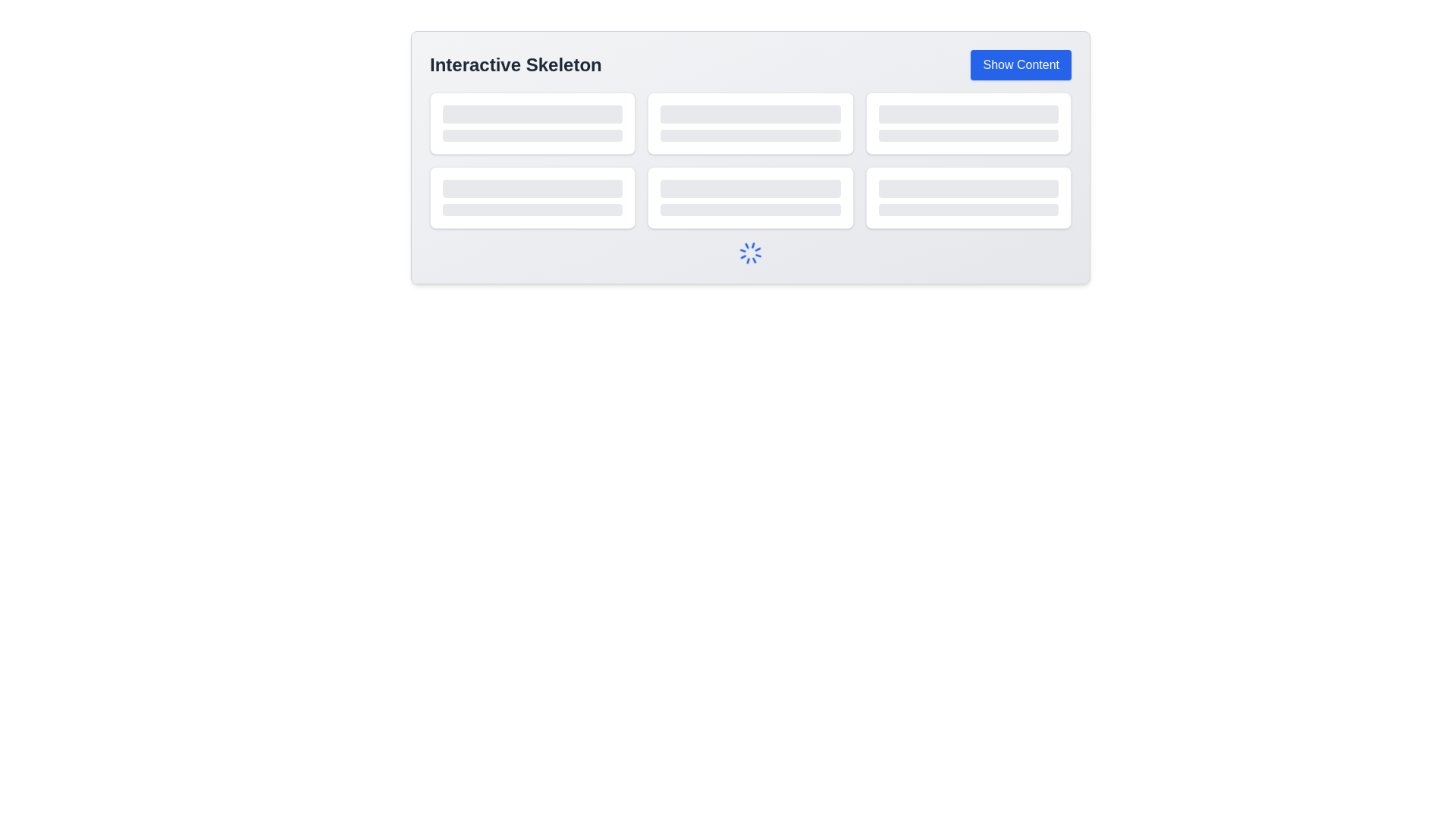 The width and height of the screenshot is (1456, 819). I want to click on the placeholder card located in the first row and third column of the grid layout, characterized by its white background, rounded corners, and shadow effect, along with two horizontal gray bars arranged vertically, so click(968, 122).